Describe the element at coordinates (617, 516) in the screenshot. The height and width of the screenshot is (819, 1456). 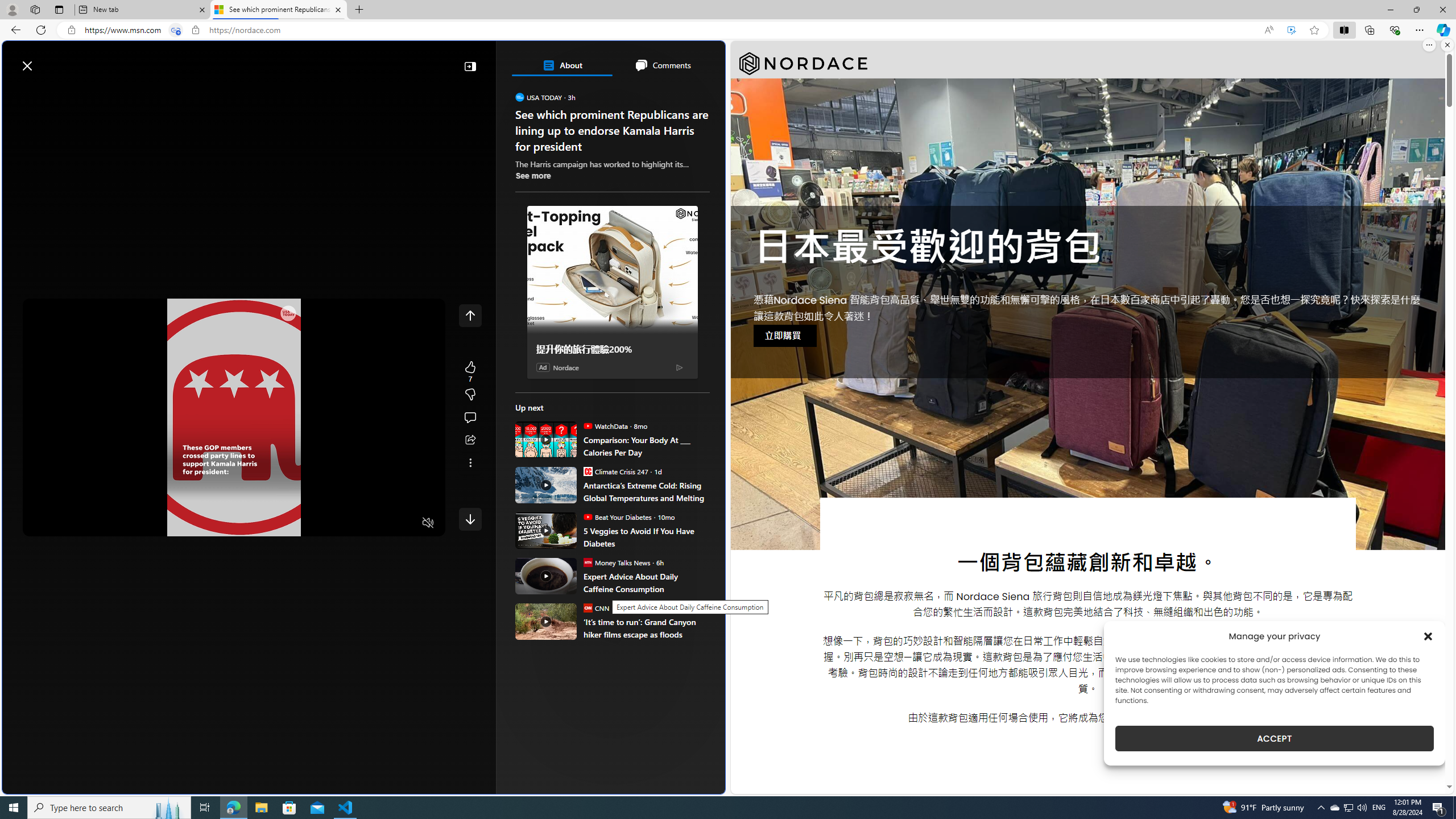
I see `'Beat Your Diabetes Beat Your Diabetes'` at that location.